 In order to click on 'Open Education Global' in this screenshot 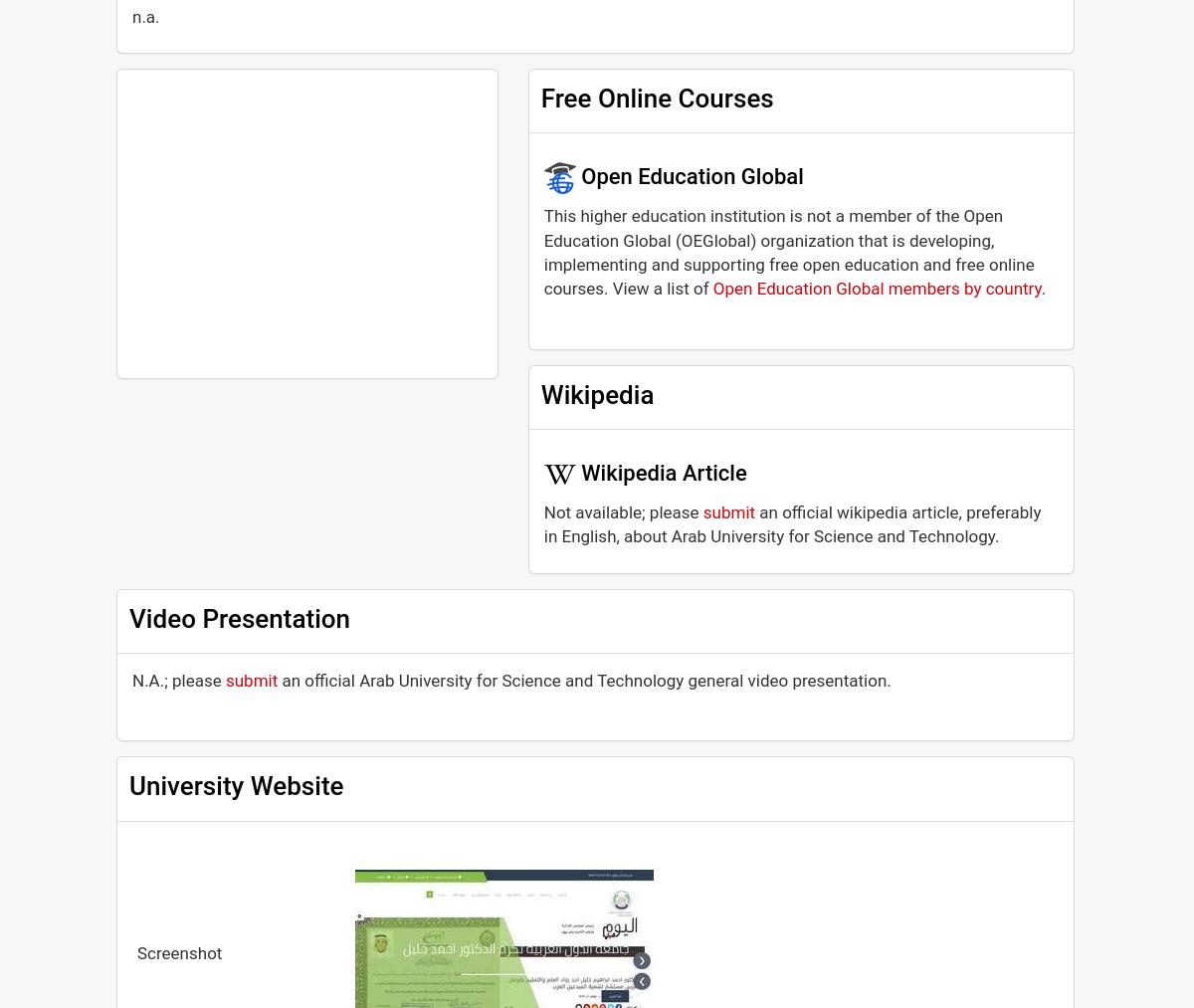, I will do `click(689, 176)`.